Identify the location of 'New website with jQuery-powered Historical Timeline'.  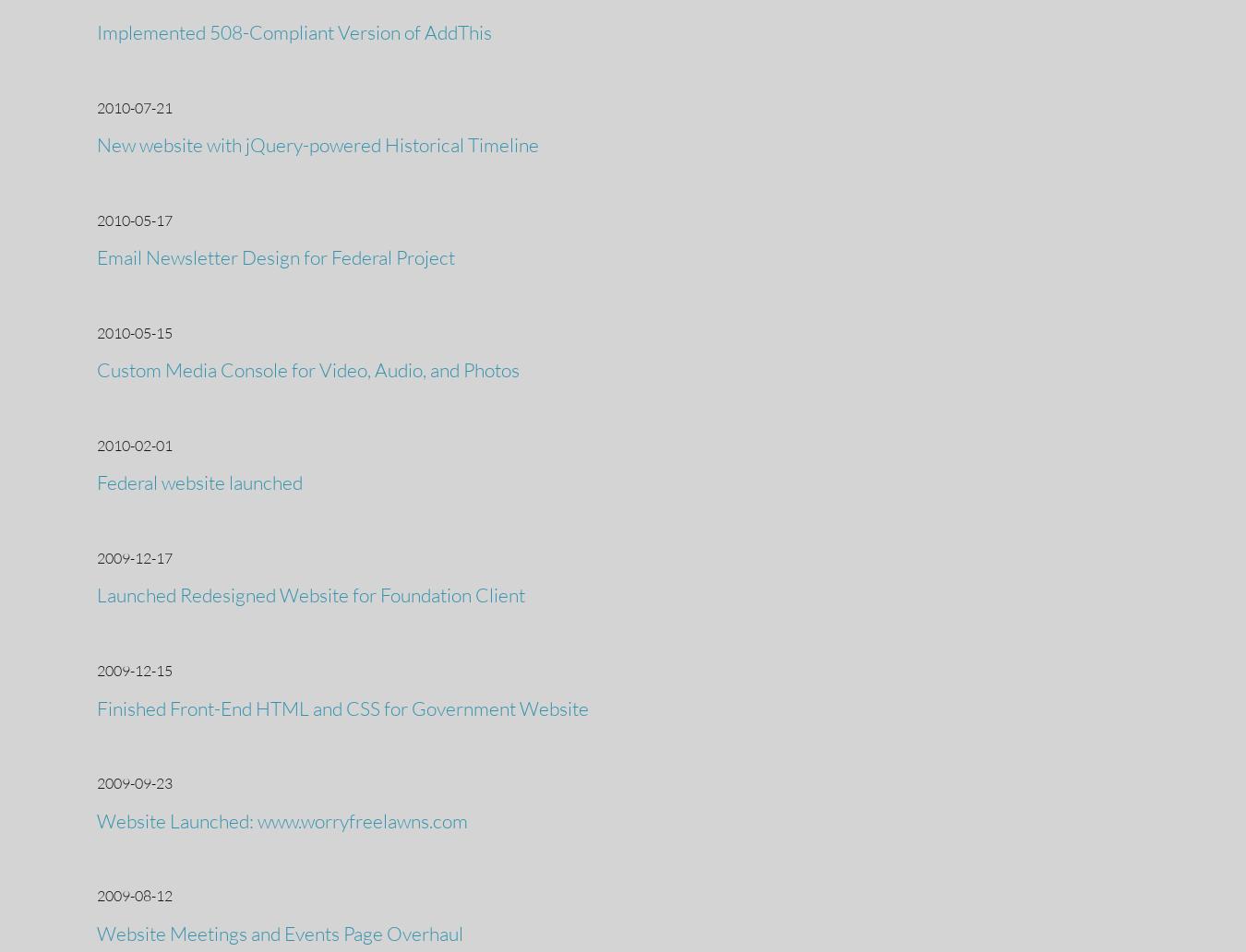
(96, 143).